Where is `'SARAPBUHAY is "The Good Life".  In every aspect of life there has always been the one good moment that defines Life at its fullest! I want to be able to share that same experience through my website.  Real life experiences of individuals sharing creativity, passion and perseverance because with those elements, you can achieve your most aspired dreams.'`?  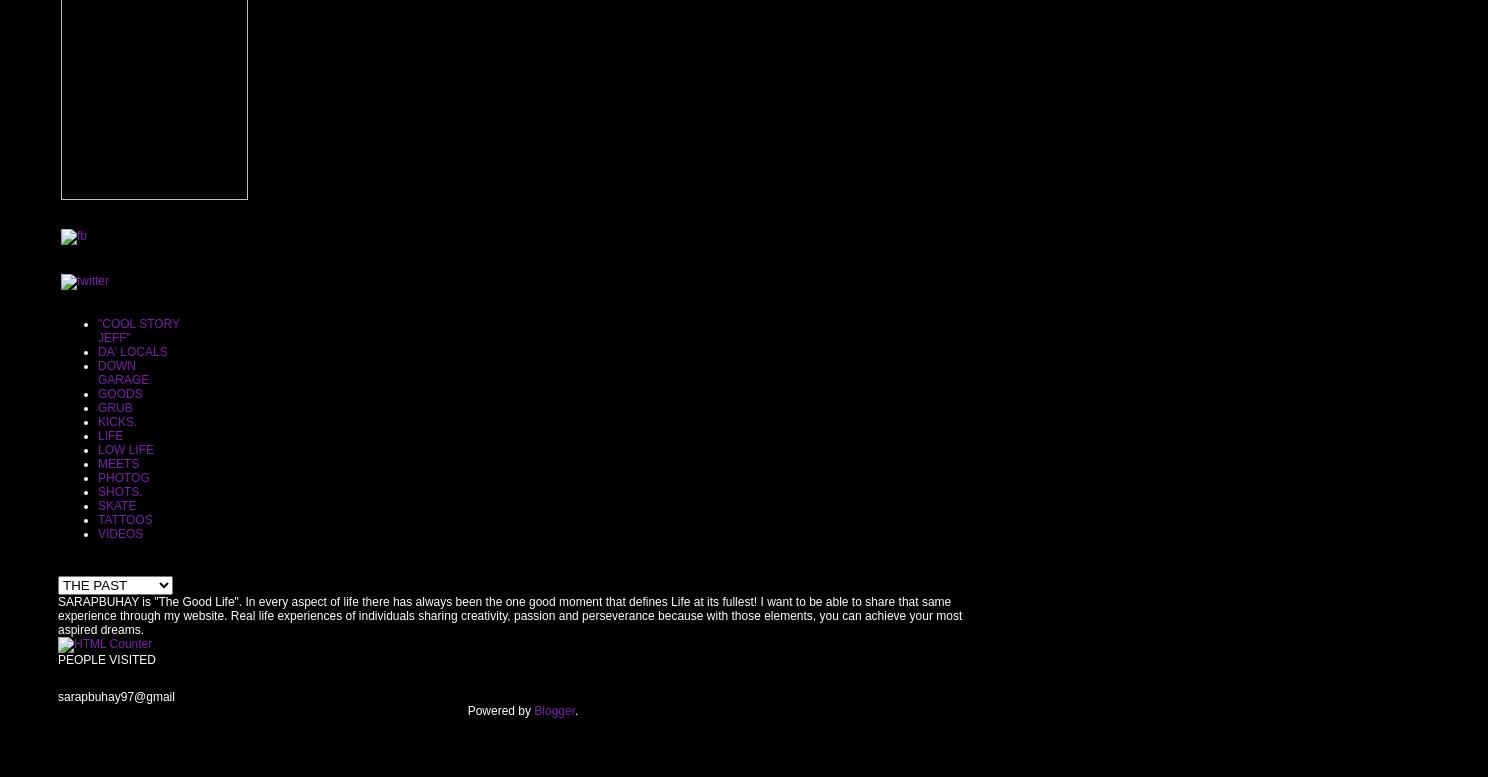 'SARAPBUHAY is "The Good Life".  In every aspect of life there has always been the one good moment that defines Life at its fullest! I want to be able to share that same experience through my website.  Real life experiences of individuals sharing creativity, passion and perseverance because with those elements, you can achieve your most aspired dreams.' is located at coordinates (508, 613).